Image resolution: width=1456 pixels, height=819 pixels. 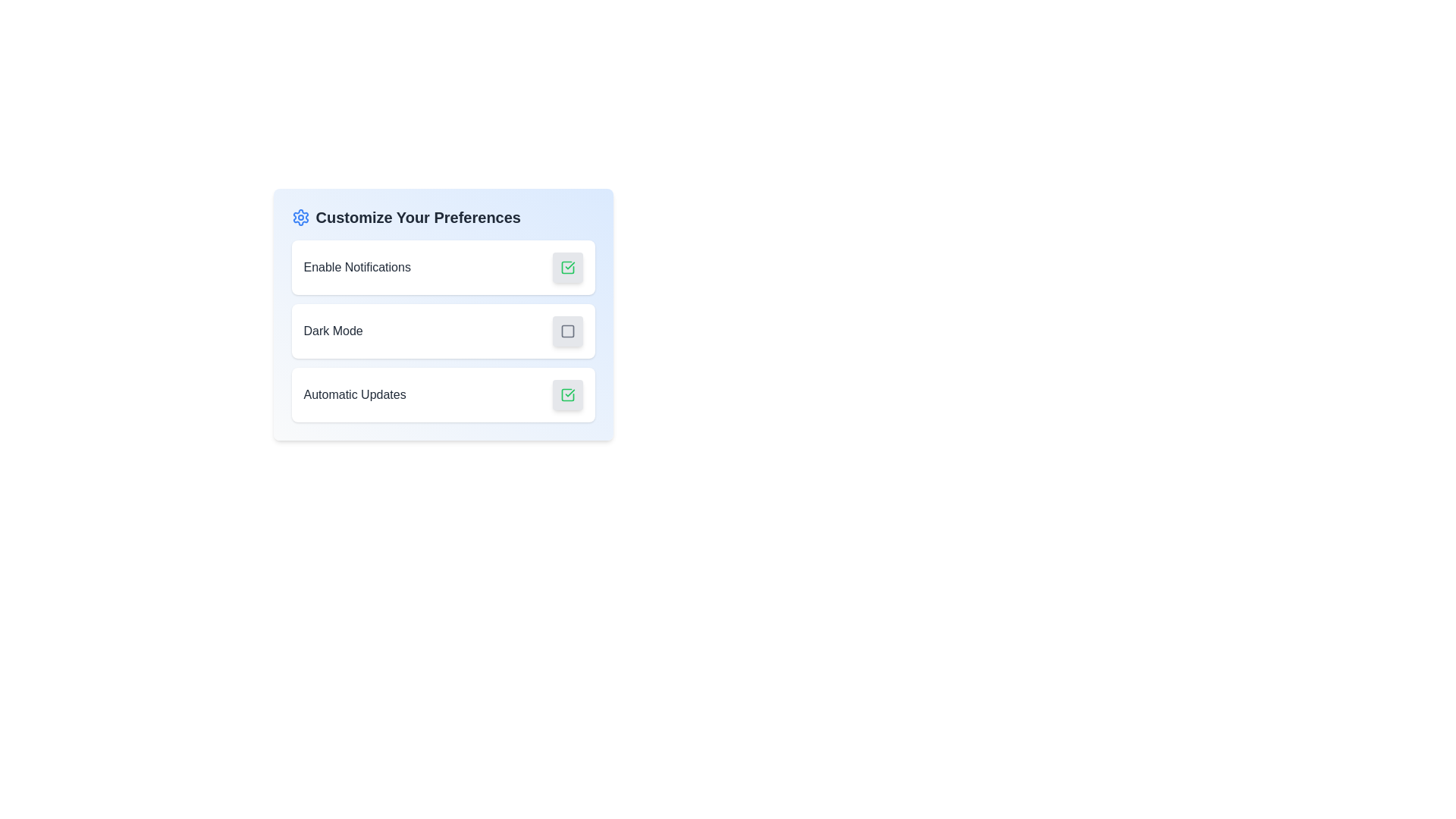 What do you see at coordinates (566, 394) in the screenshot?
I see `the green square icon for 'Automatic Updates' in the preferences section` at bounding box center [566, 394].